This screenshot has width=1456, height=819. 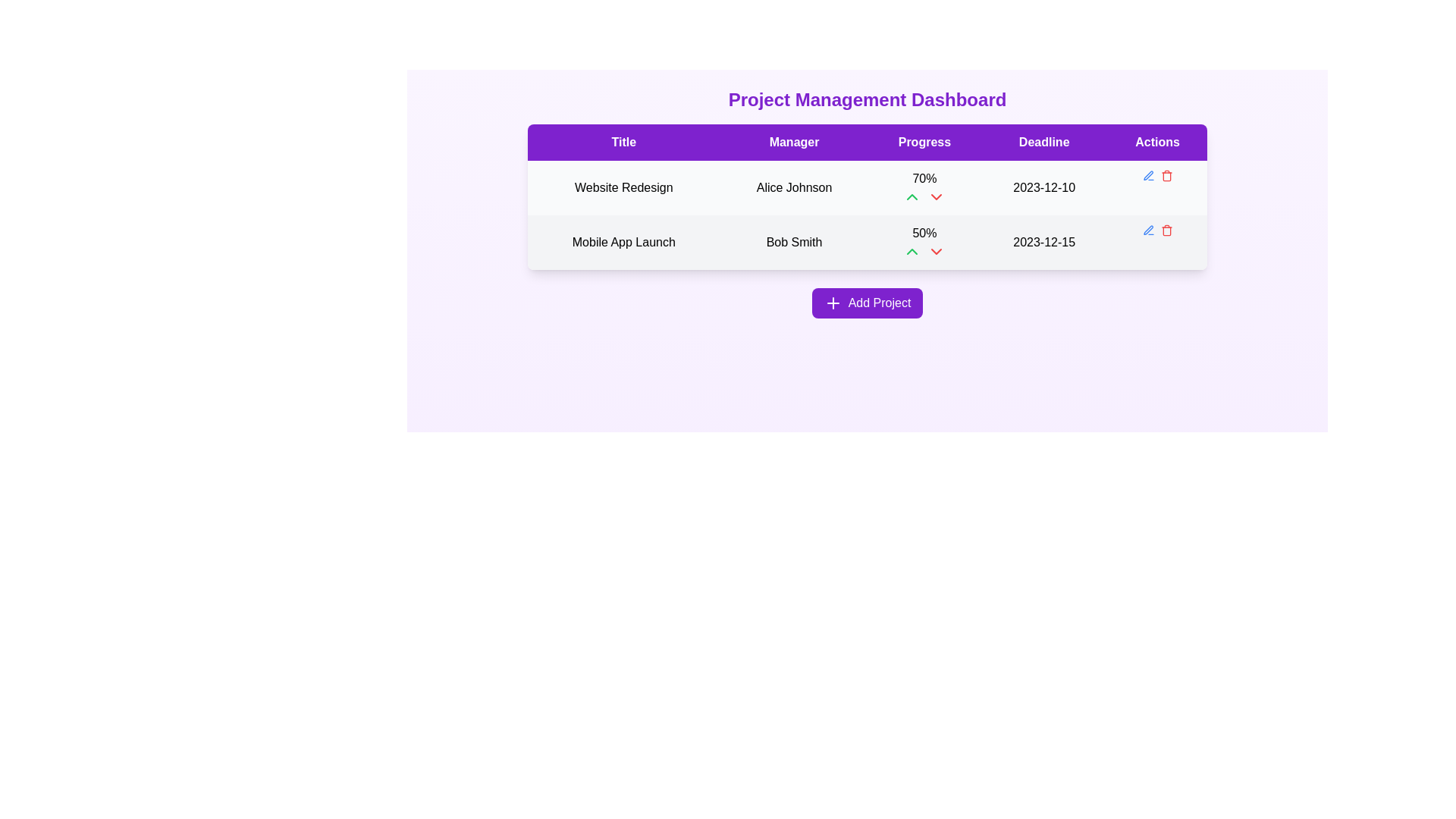 What do you see at coordinates (1156, 174) in the screenshot?
I see `the action icons in the 'Actions' column of the Project Management Dashboard` at bounding box center [1156, 174].